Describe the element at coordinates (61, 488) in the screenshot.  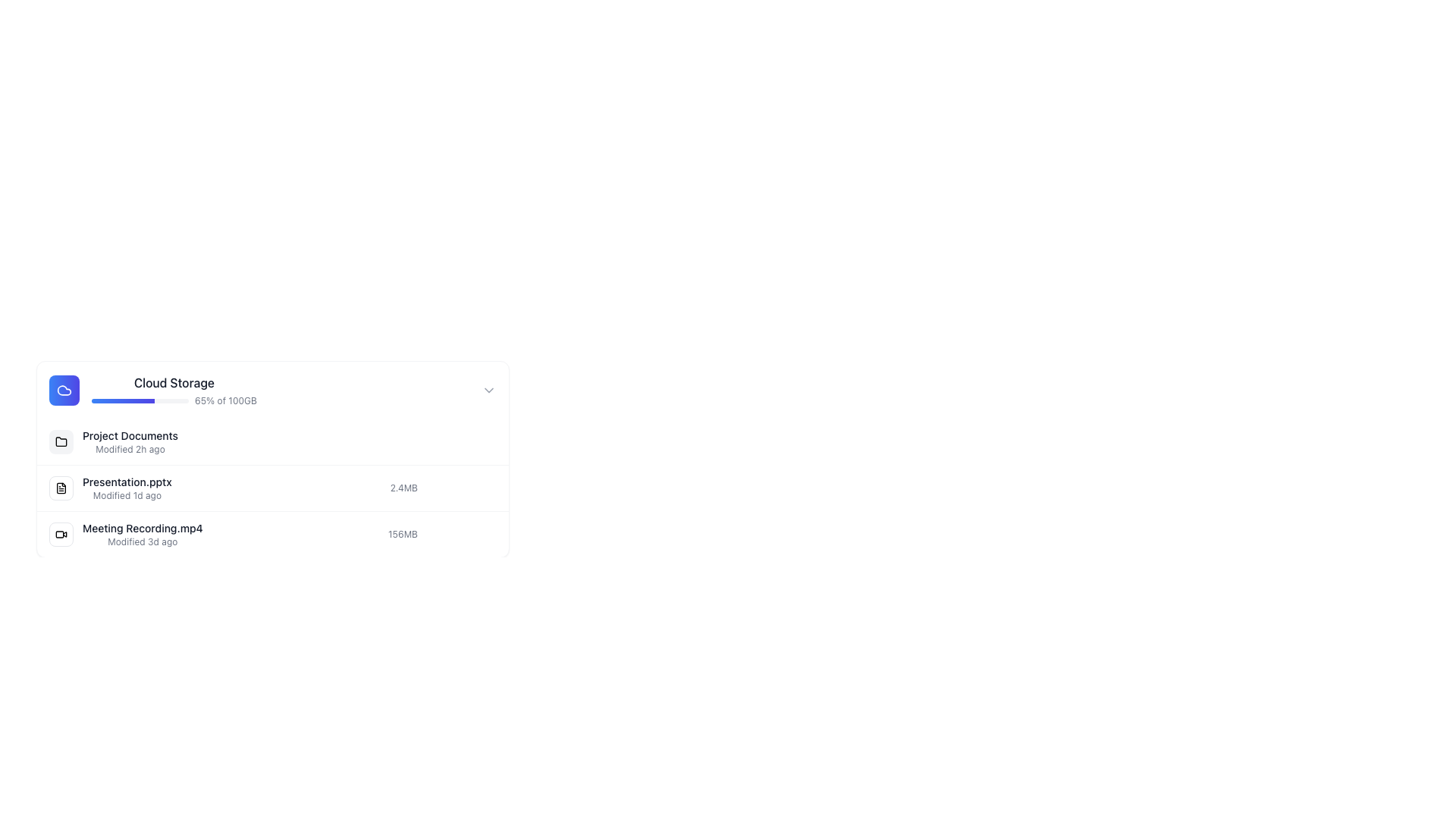
I see `the file icon for 'Presentation.pptx' located` at that location.